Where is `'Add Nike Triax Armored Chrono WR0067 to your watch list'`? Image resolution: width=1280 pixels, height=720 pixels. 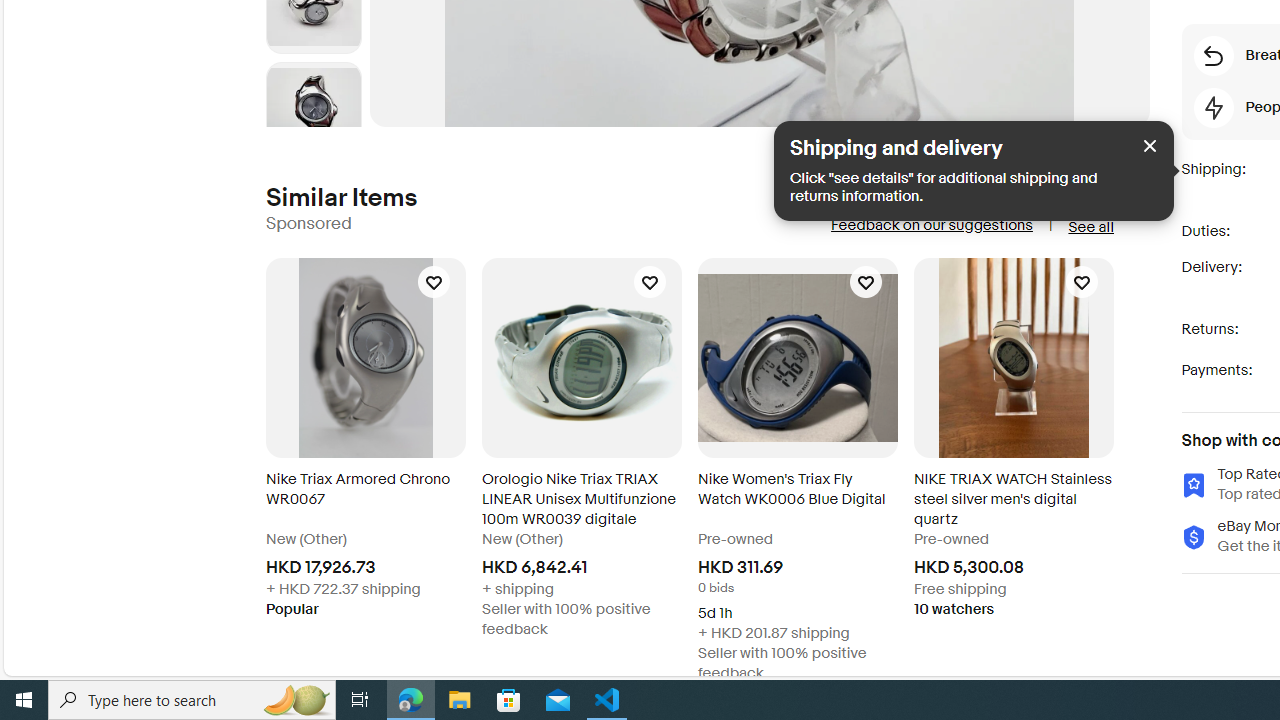
'Add Nike Triax Armored Chrono WR0067 to your watch list' is located at coordinates (432, 281).